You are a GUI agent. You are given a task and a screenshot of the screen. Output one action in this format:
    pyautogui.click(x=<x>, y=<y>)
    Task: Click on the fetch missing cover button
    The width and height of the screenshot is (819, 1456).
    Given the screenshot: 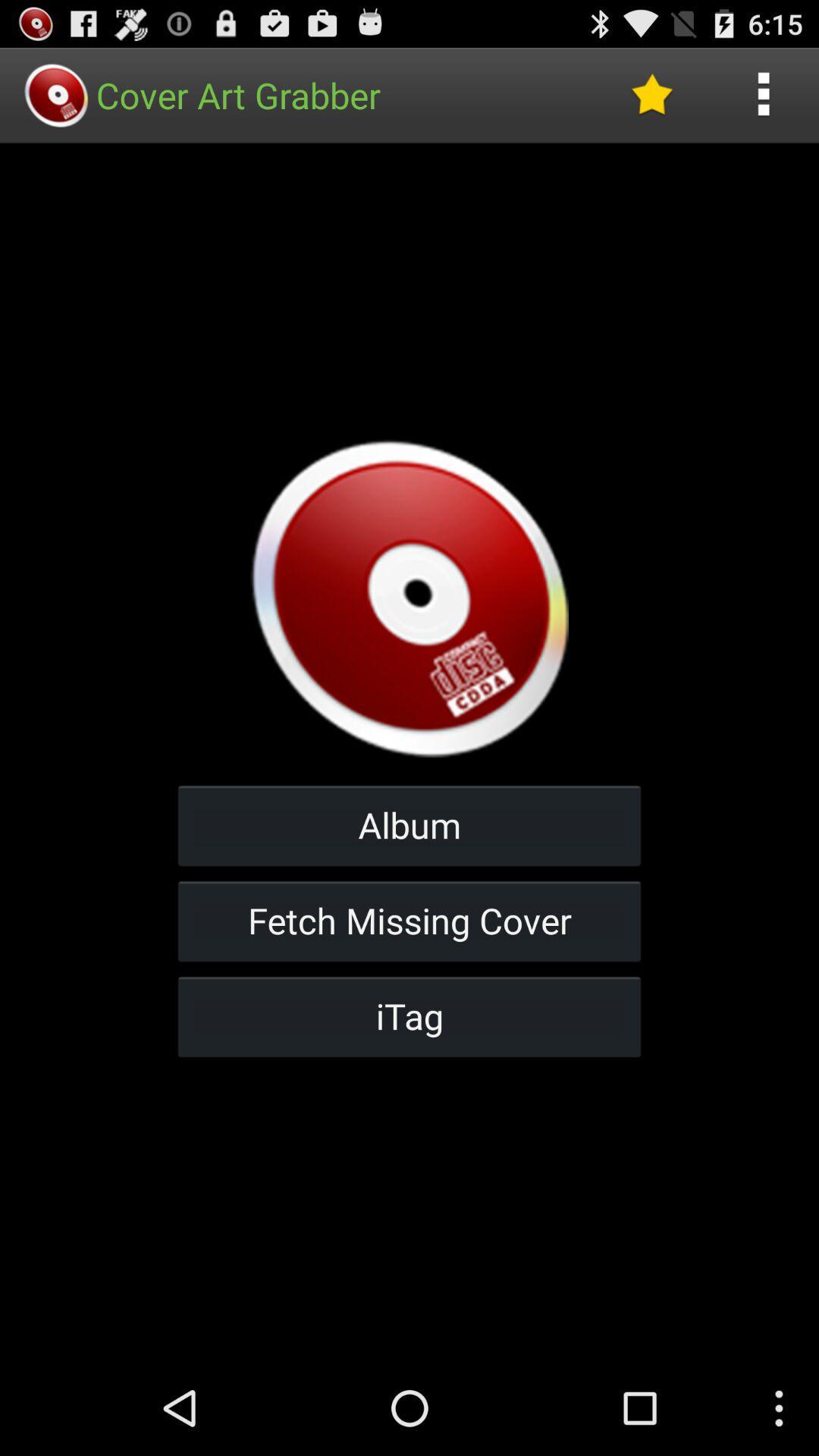 What is the action you would take?
    pyautogui.click(x=409, y=920)
    